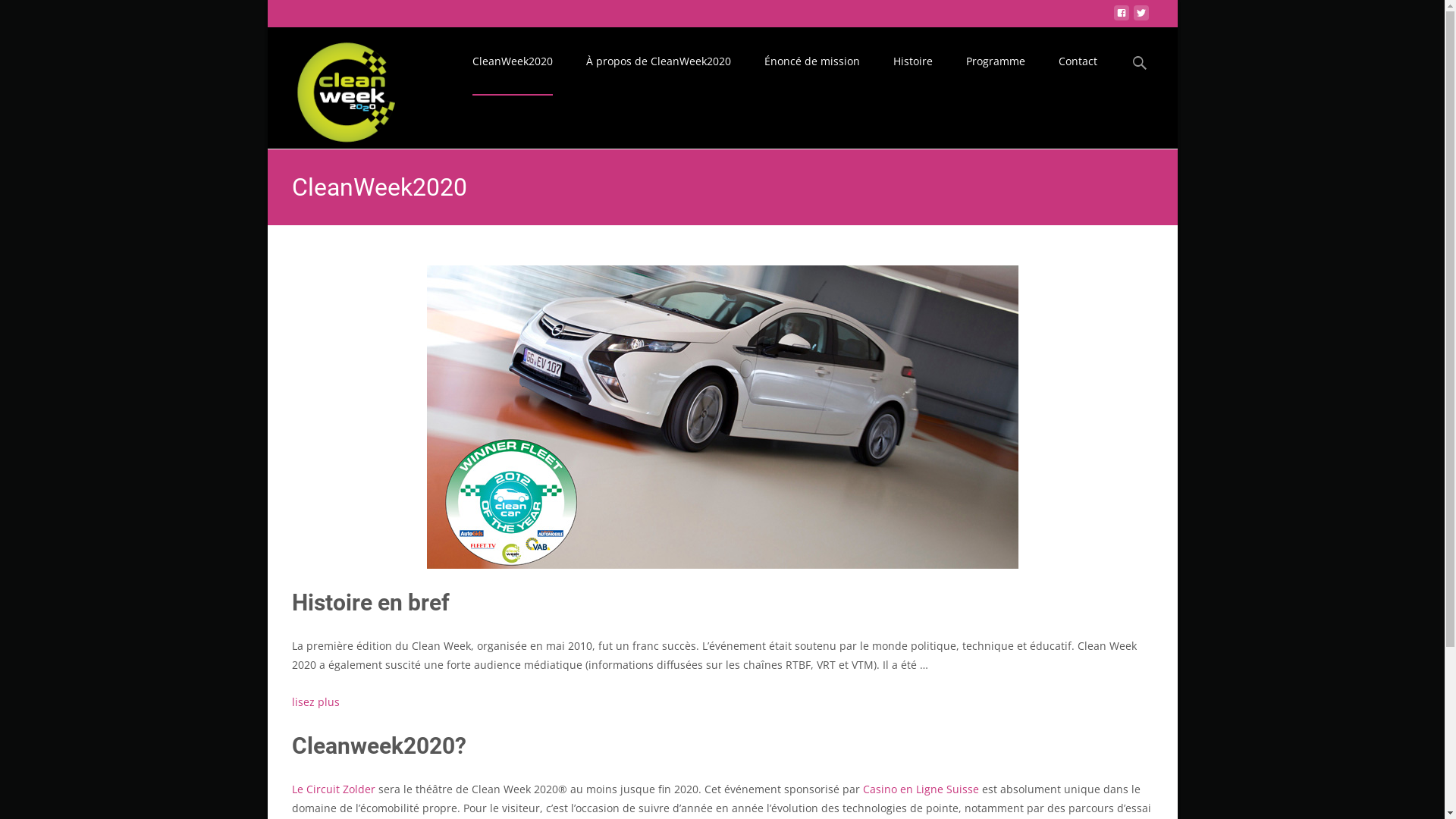 This screenshot has width=1456, height=819. I want to click on 'Programme', so click(965, 61).